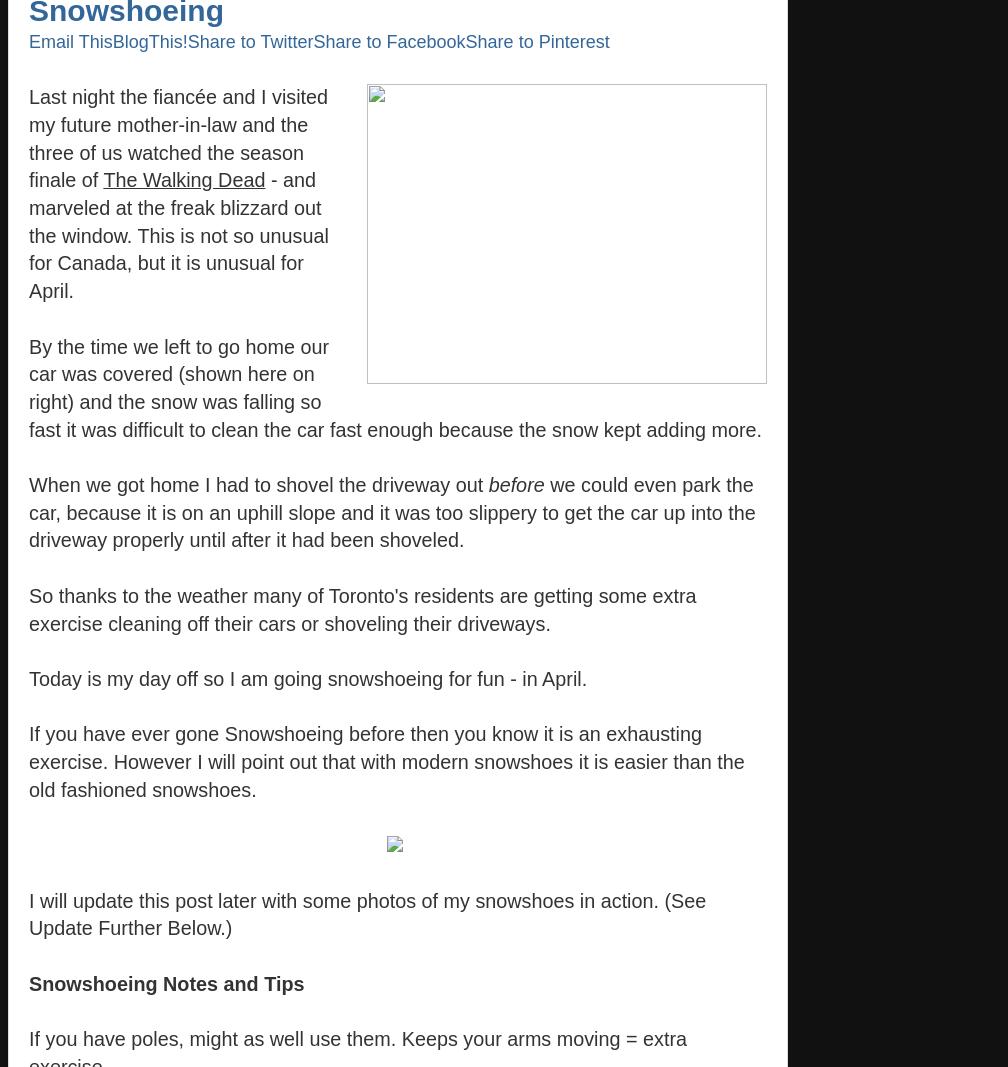 This screenshot has width=1008, height=1067. I want to click on 'BlogThis!', so click(149, 41).